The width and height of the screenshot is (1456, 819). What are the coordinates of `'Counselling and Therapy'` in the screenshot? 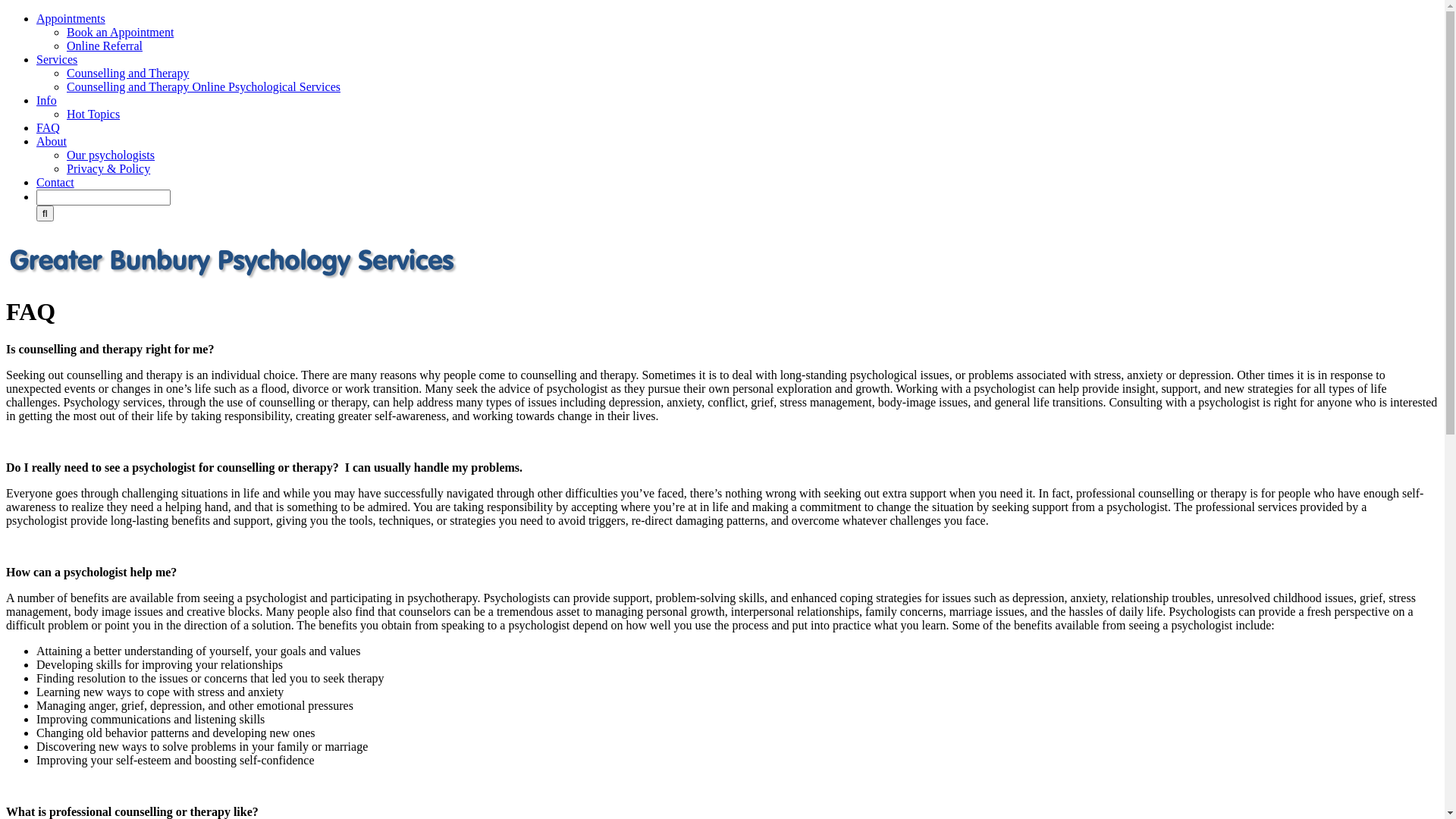 It's located at (65, 73).